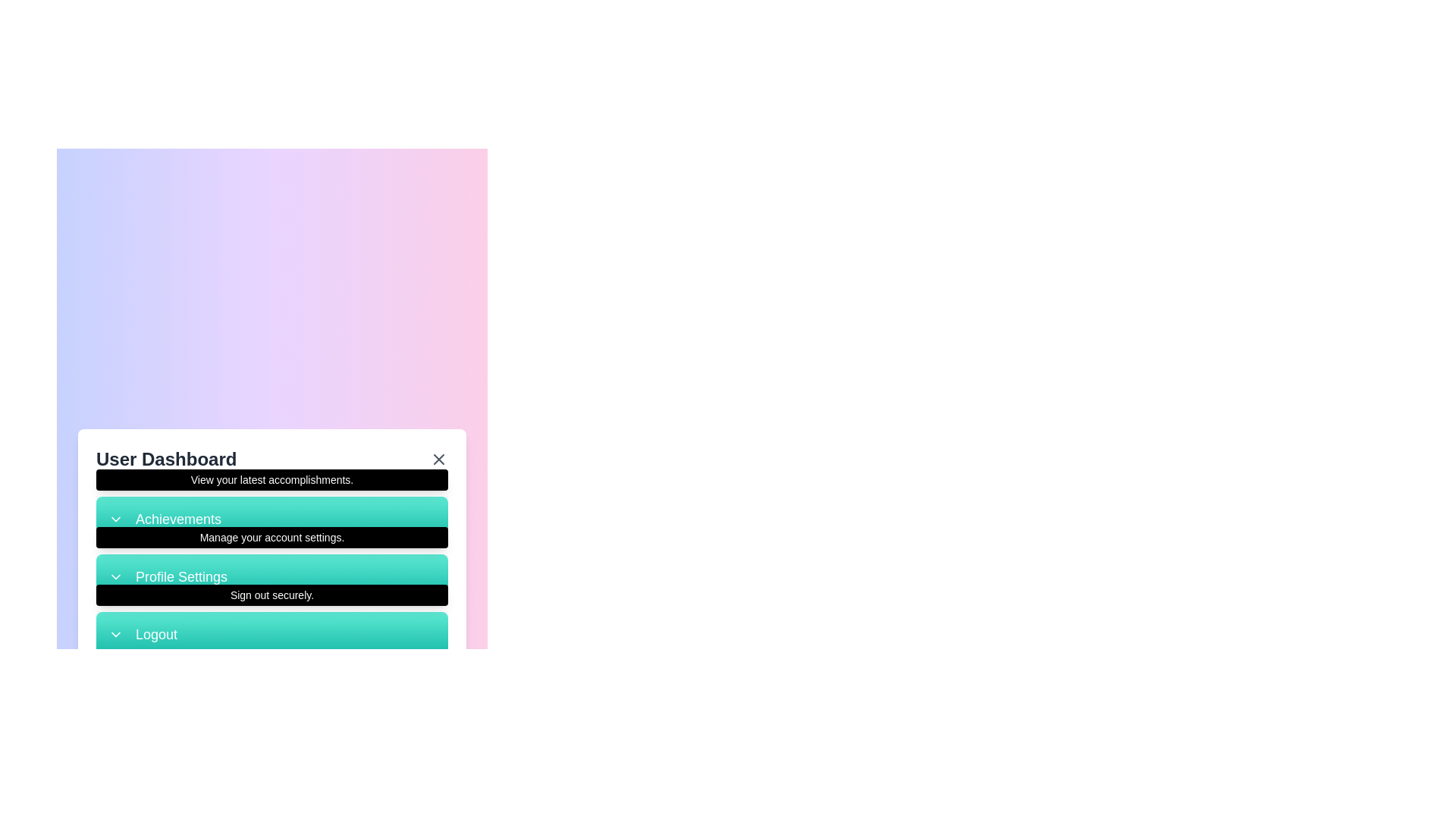 Image resolution: width=1456 pixels, height=819 pixels. Describe the element at coordinates (272, 517) in the screenshot. I see `the 'Achievements' expandable section button located in the User Dashboard` at that location.